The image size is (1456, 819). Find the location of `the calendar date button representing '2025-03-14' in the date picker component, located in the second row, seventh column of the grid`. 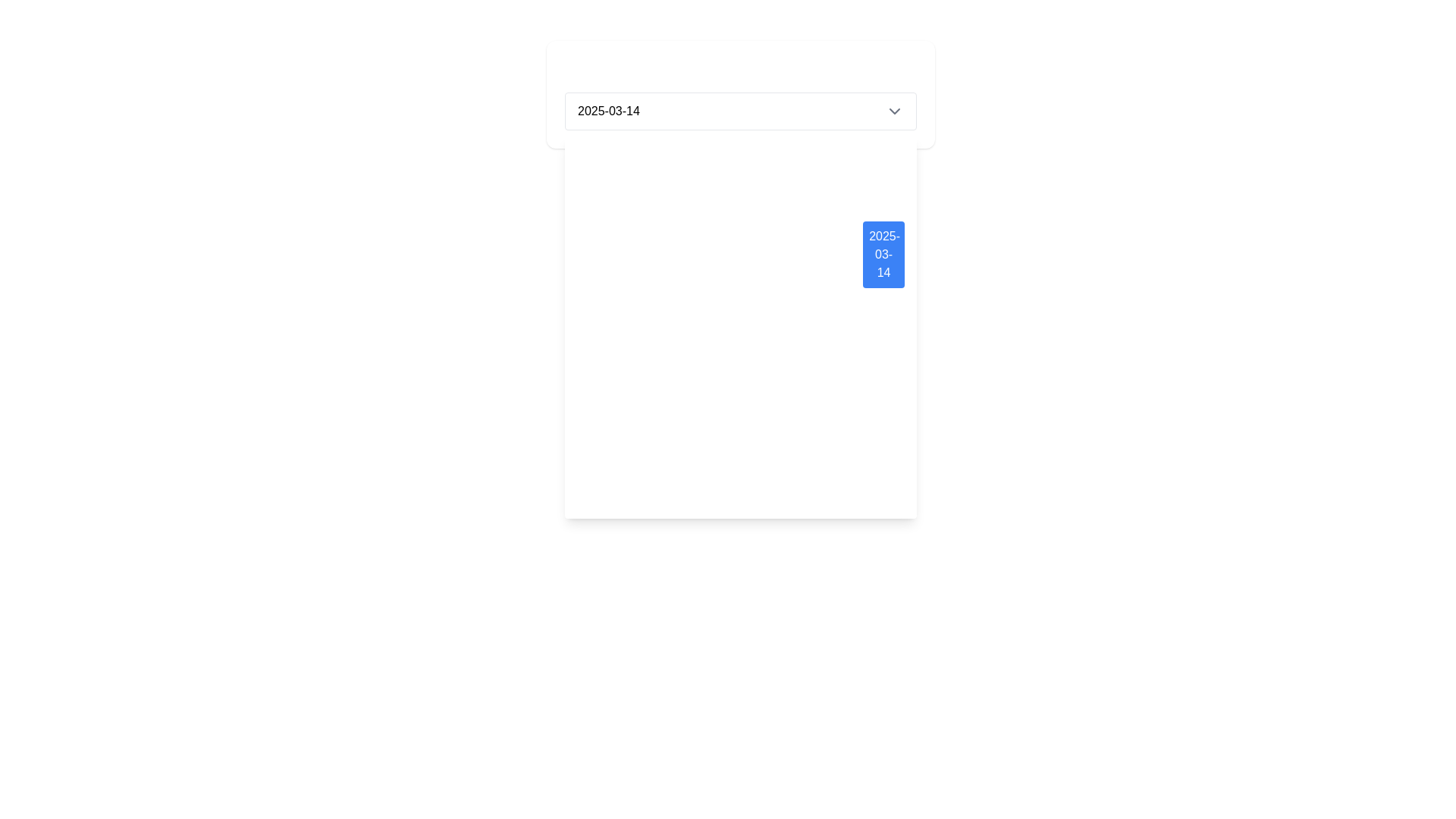

the calendar date button representing '2025-03-14' in the date picker component, located in the second row, seventh column of the grid is located at coordinates (883, 253).